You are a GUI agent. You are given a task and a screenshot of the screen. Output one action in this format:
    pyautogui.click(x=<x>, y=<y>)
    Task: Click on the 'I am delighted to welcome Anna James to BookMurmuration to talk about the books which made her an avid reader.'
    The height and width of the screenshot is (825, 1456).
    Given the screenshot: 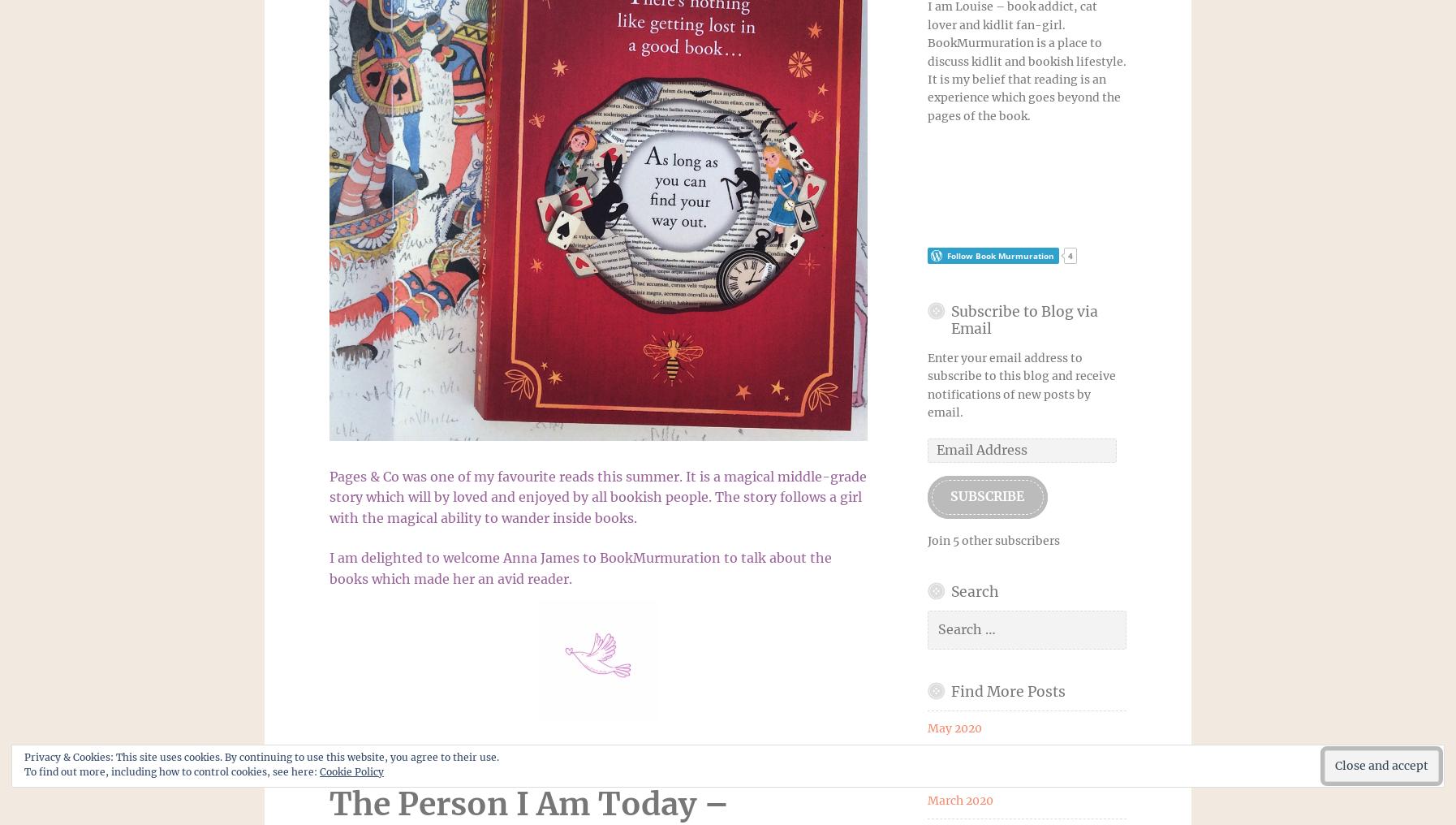 What is the action you would take?
    pyautogui.click(x=580, y=567)
    